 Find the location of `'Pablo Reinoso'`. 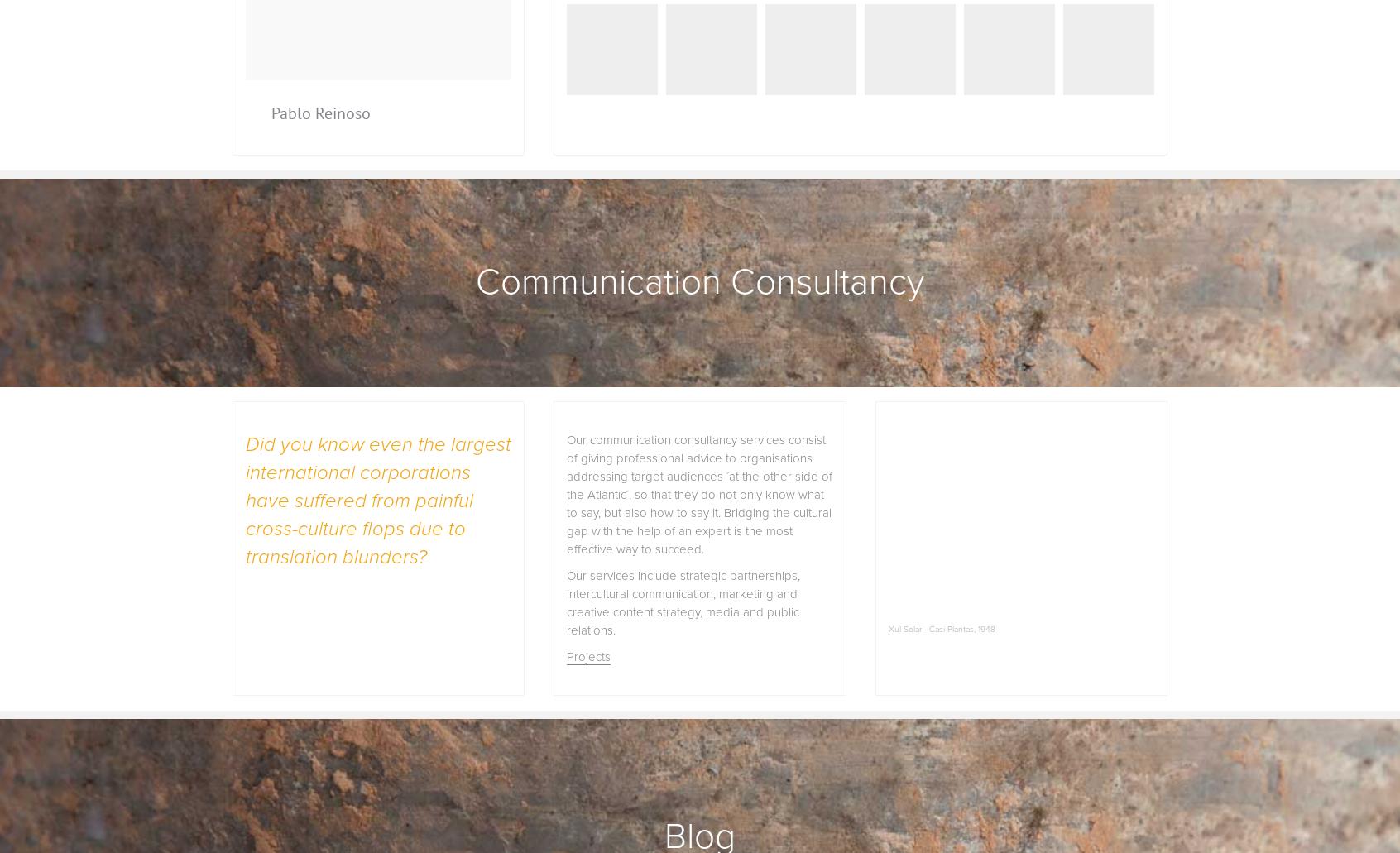

'Pablo Reinoso' is located at coordinates (319, 113).